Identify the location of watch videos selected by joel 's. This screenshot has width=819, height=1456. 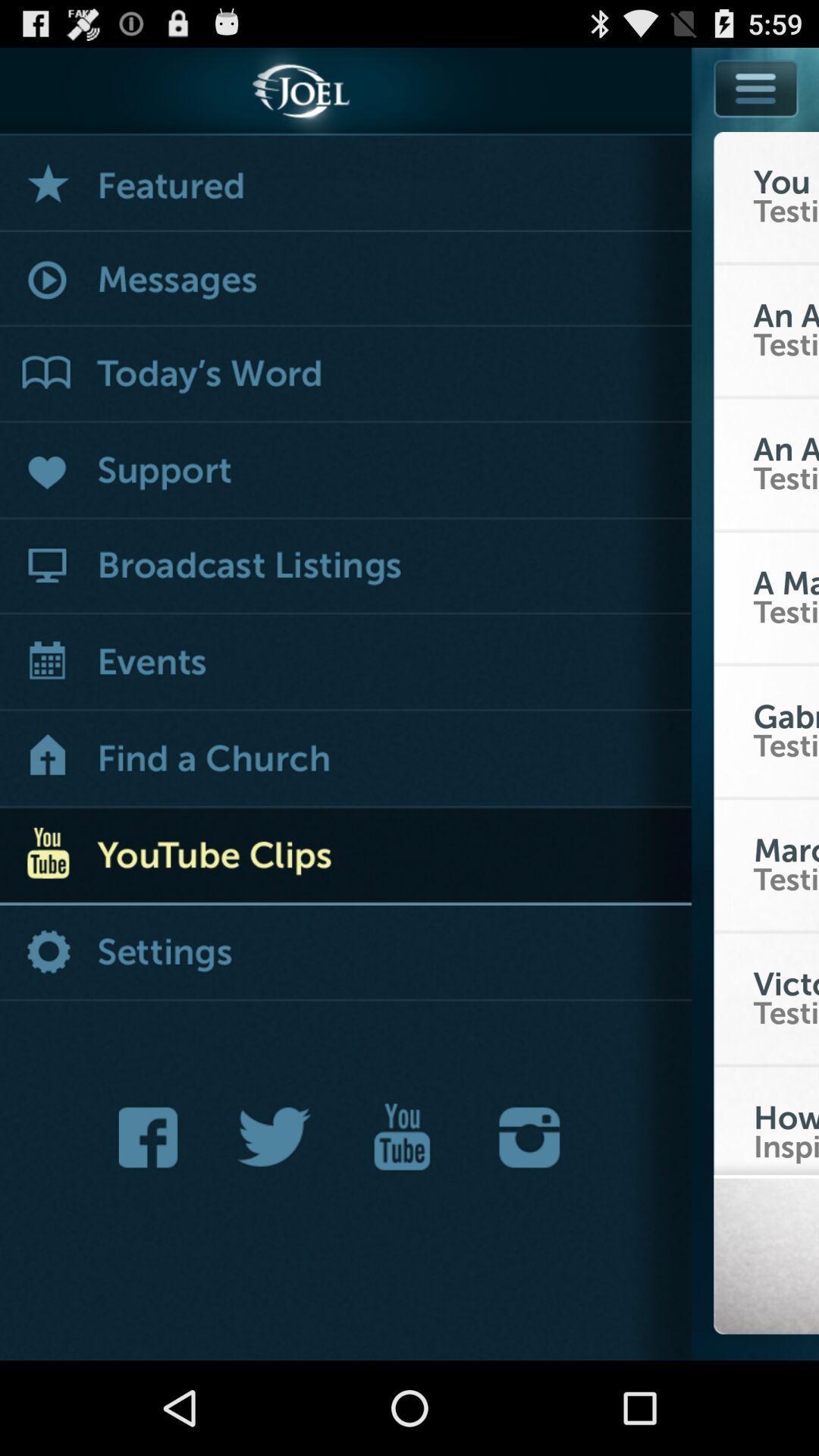
(345, 183).